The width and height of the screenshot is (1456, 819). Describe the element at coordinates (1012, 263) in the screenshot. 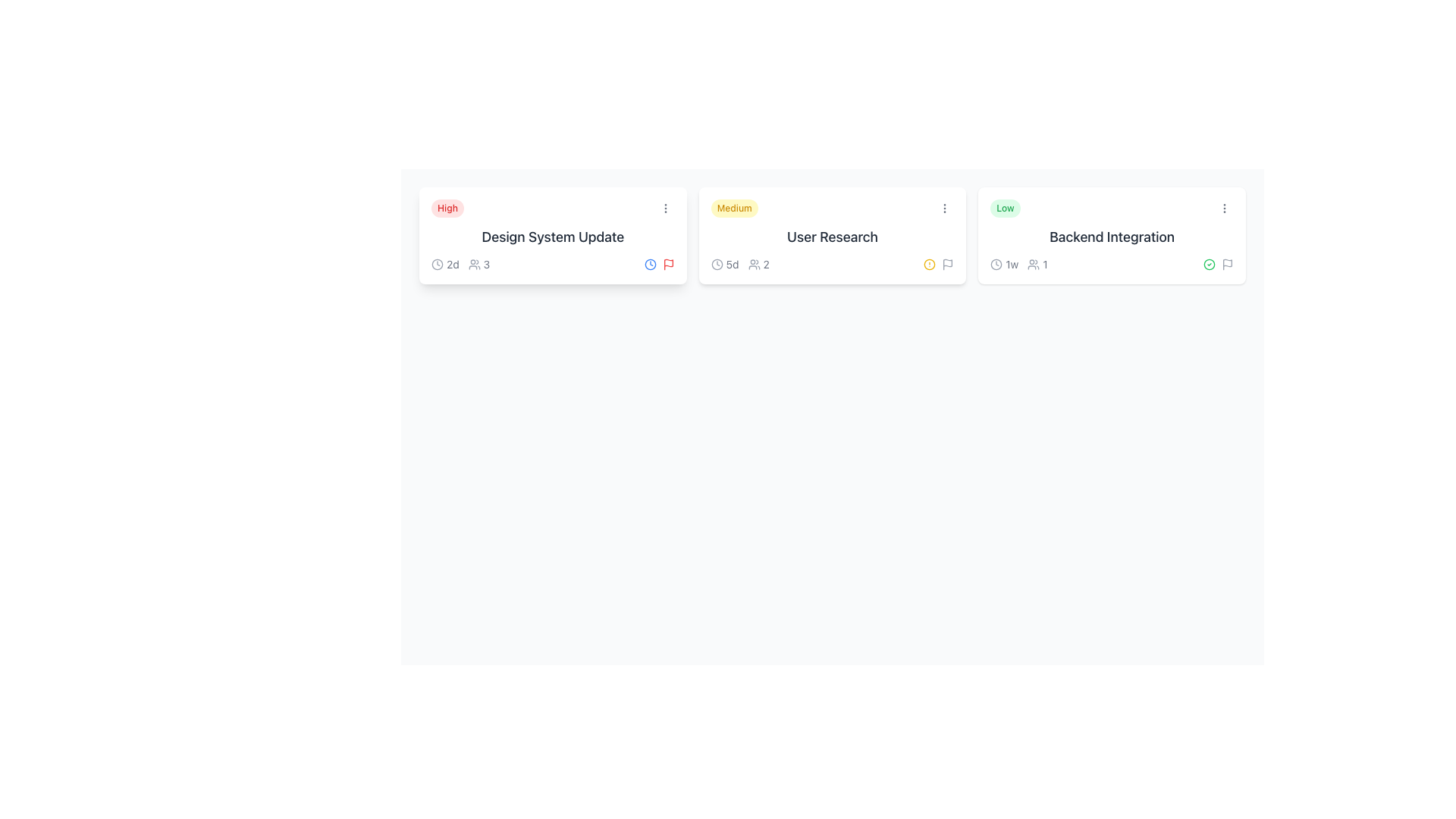

I see `value from the text label stating '1w', which is styled with a smaller font size and gray color, located in the bottom-left corner of the card labeled 'Backend Integration', adjacent to a clock icon` at that location.